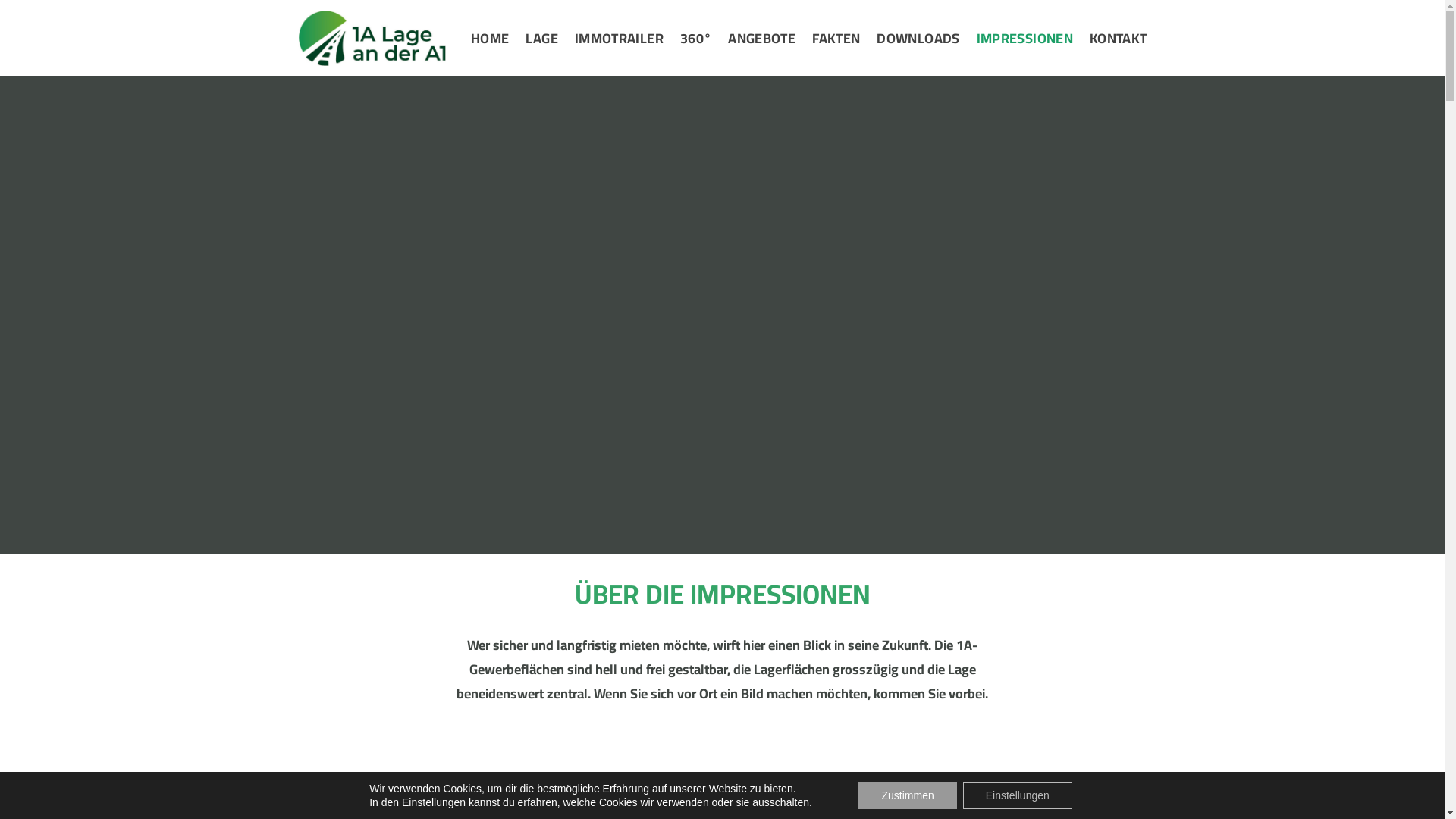  Describe the element at coordinates (907, 795) in the screenshot. I see `'Zustimmen'` at that location.